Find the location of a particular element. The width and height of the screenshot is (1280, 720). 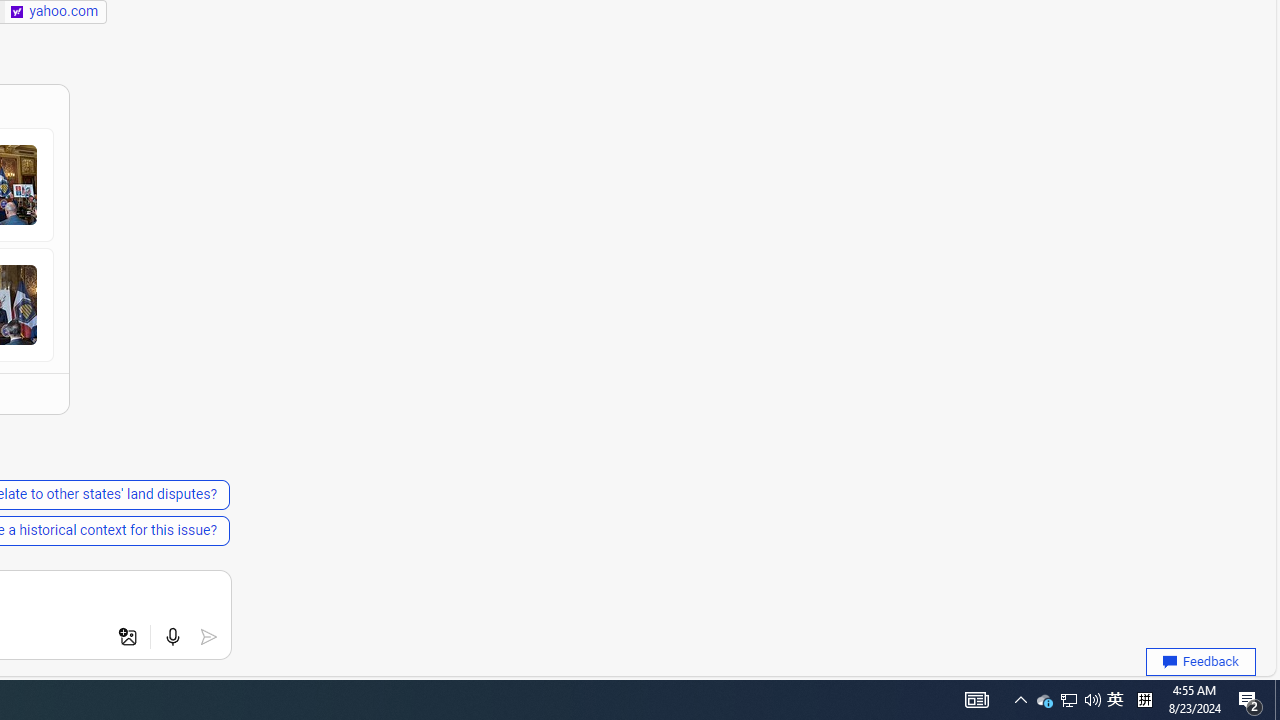

'Add an image to search' is located at coordinates (127, 637).